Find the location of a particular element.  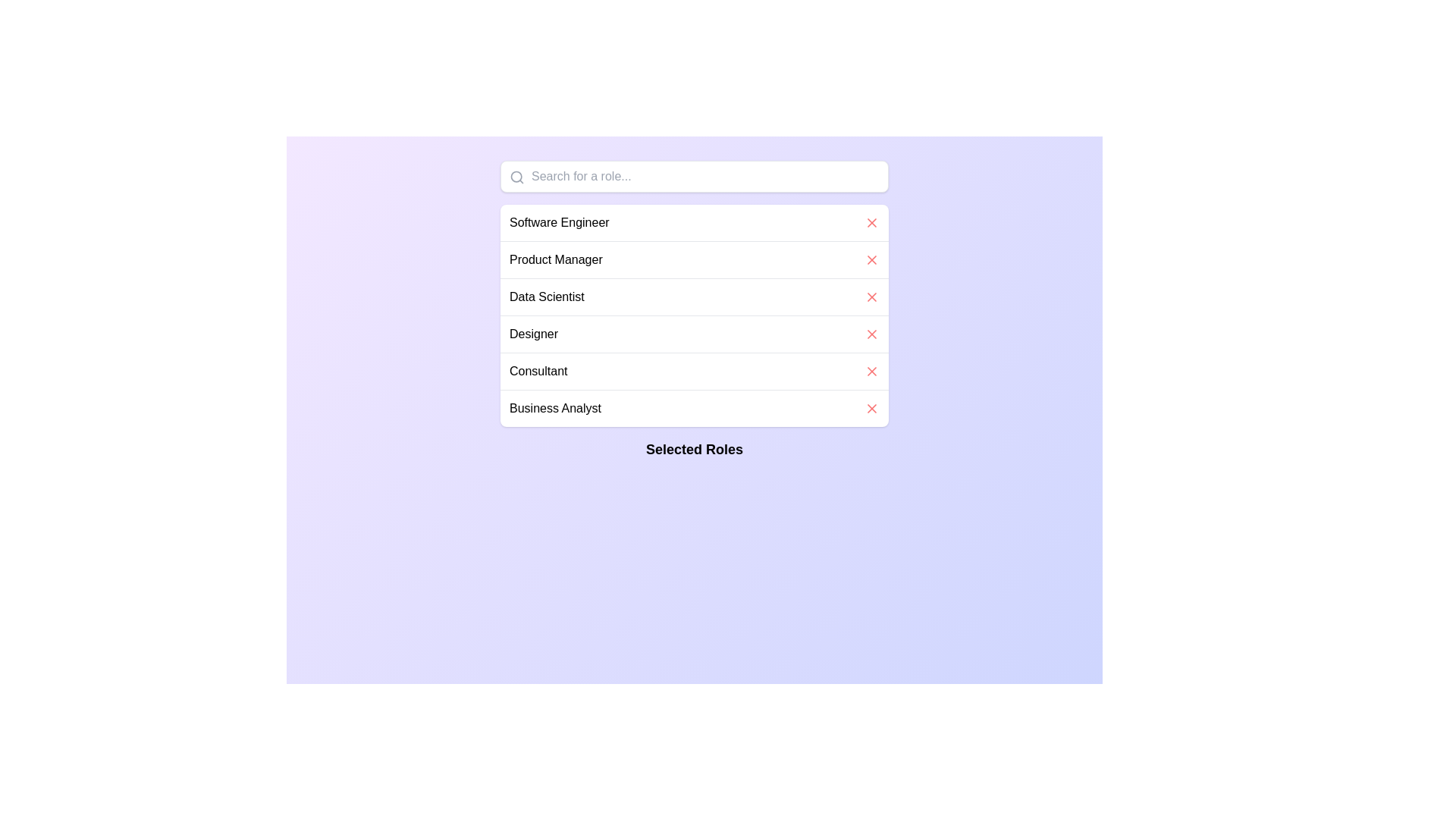

text label that represents an item in a selectable list of roles, specifically the third entry from the top, located between 'Product Manager' and 'Designer' is located at coordinates (546, 297).